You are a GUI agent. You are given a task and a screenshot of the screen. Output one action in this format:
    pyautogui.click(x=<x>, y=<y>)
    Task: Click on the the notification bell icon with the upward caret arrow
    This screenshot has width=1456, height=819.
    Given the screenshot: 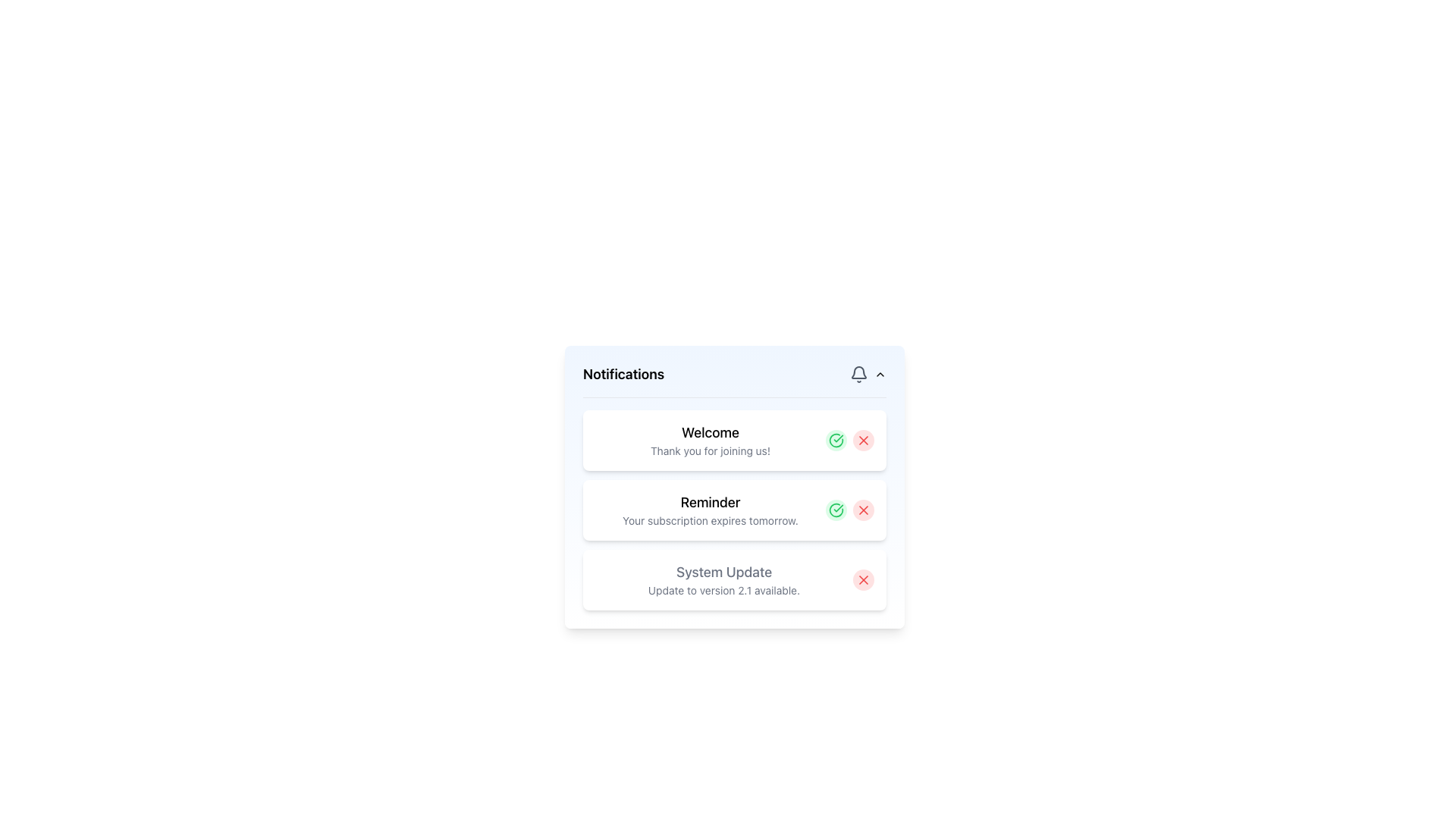 What is the action you would take?
    pyautogui.click(x=868, y=374)
    